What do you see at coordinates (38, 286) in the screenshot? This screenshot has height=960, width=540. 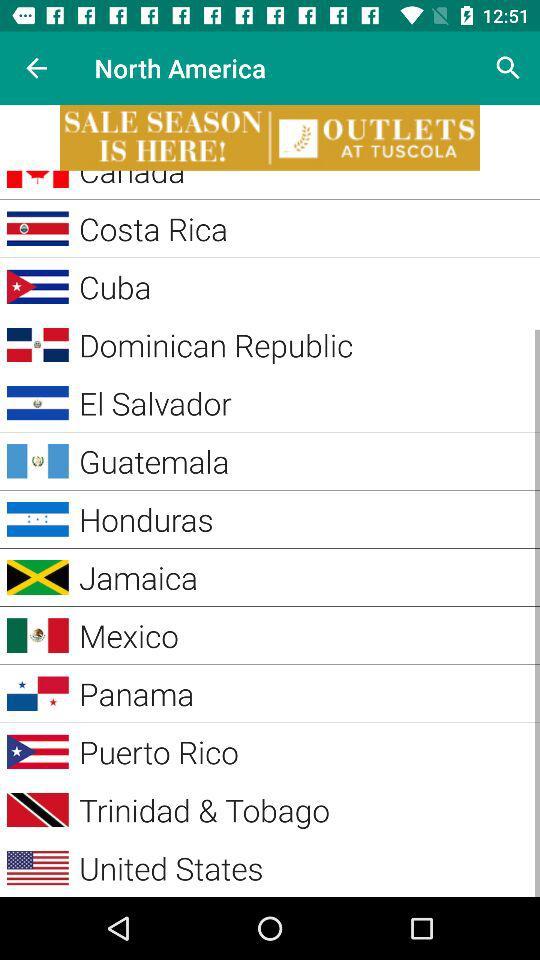 I see `the image on left to the button cuba on the web page` at bounding box center [38, 286].